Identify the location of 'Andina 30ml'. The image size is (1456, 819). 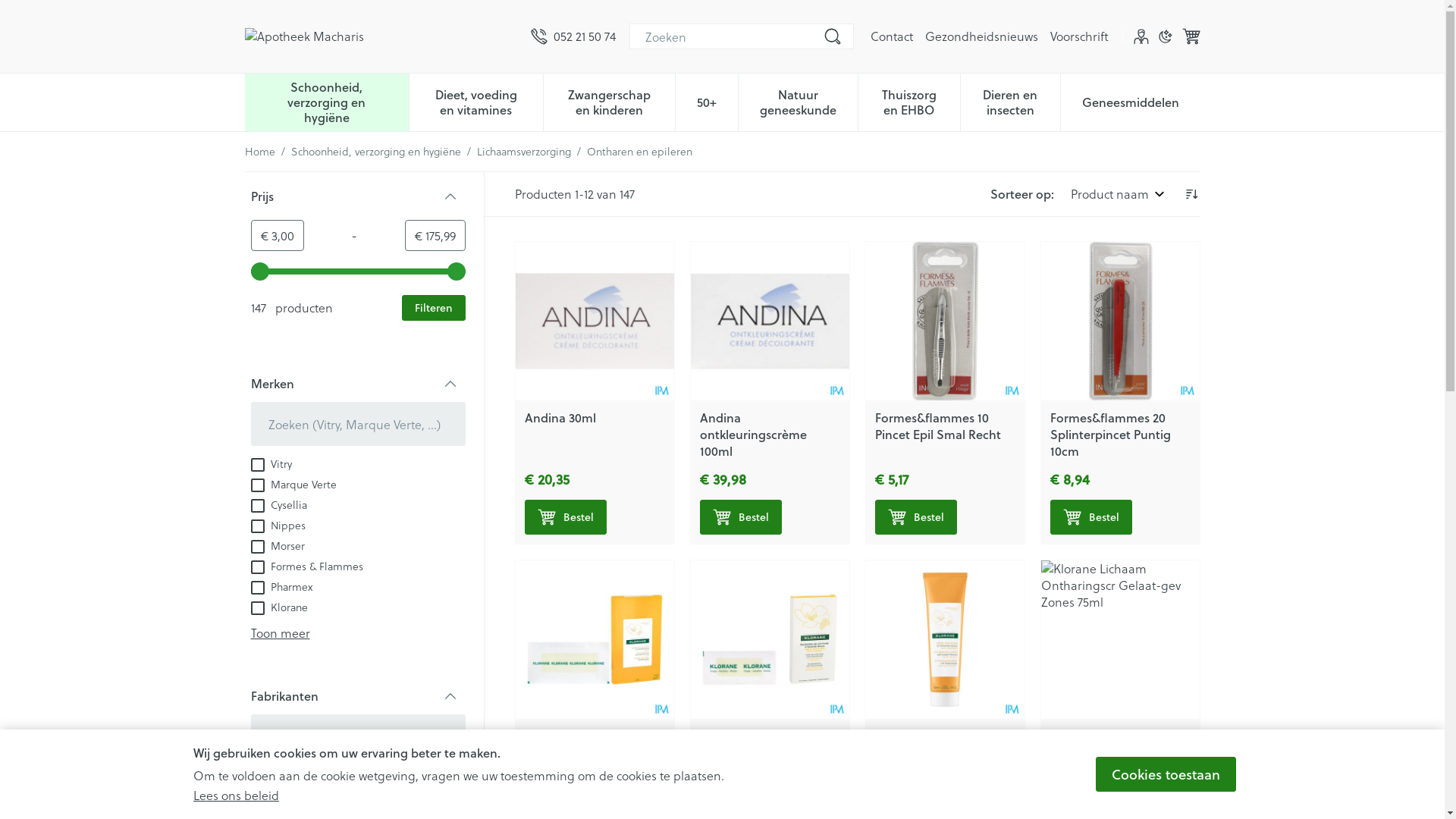
(516, 320).